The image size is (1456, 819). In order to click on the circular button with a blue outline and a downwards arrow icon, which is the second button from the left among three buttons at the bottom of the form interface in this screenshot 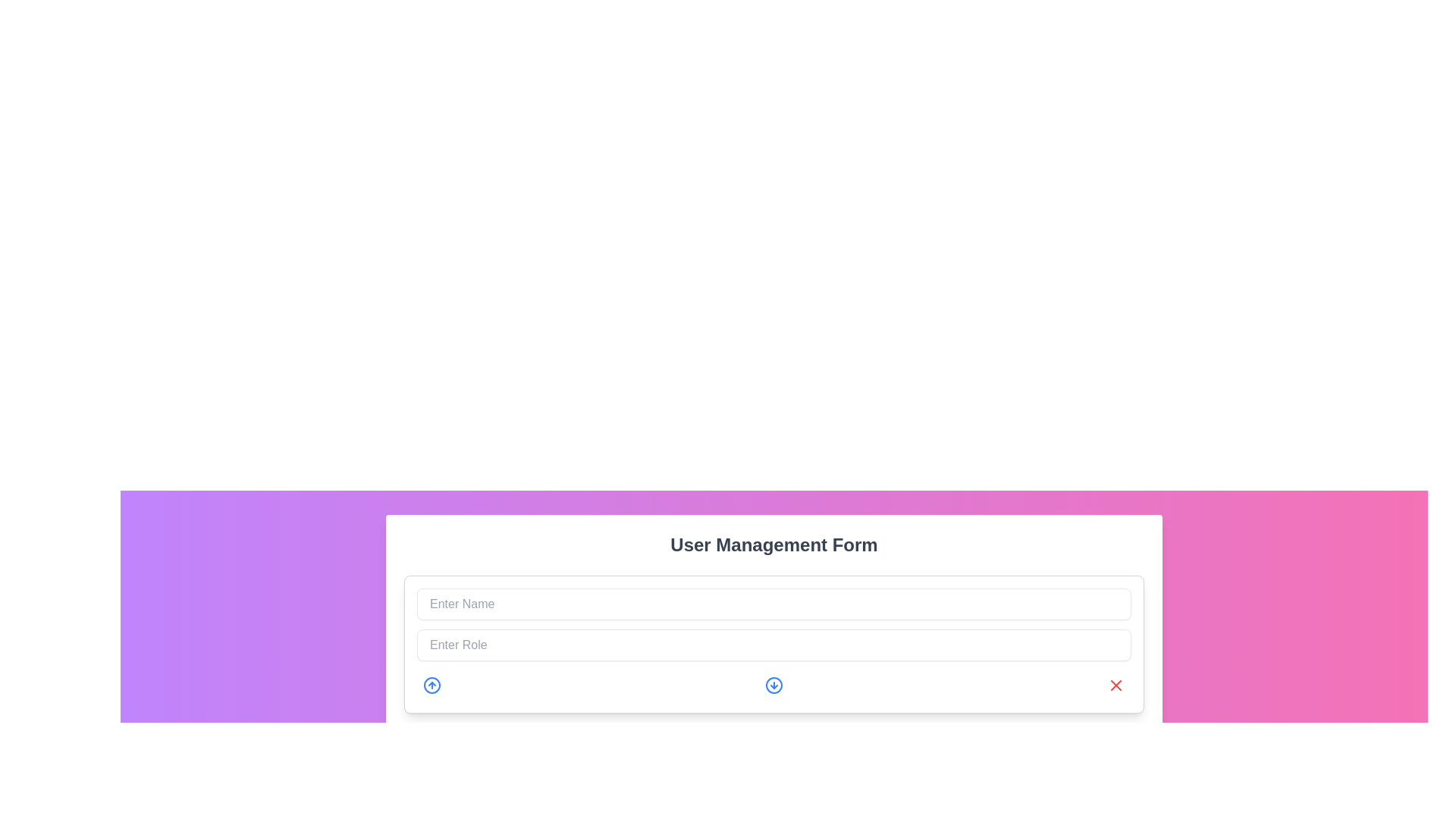, I will do `click(774, 685)`.